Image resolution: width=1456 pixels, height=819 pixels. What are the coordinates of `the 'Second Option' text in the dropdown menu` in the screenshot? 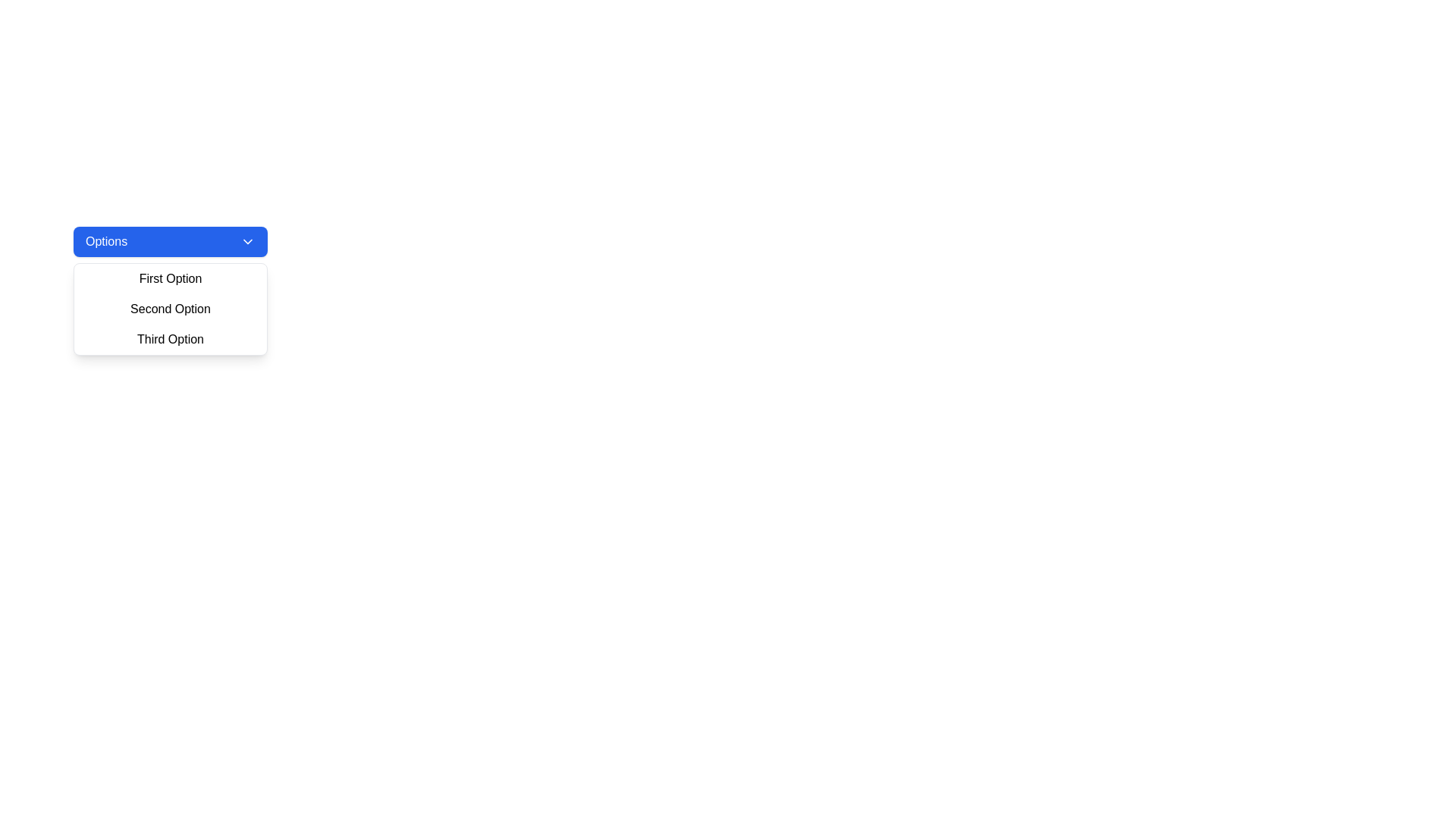 It's located at (171, 309).